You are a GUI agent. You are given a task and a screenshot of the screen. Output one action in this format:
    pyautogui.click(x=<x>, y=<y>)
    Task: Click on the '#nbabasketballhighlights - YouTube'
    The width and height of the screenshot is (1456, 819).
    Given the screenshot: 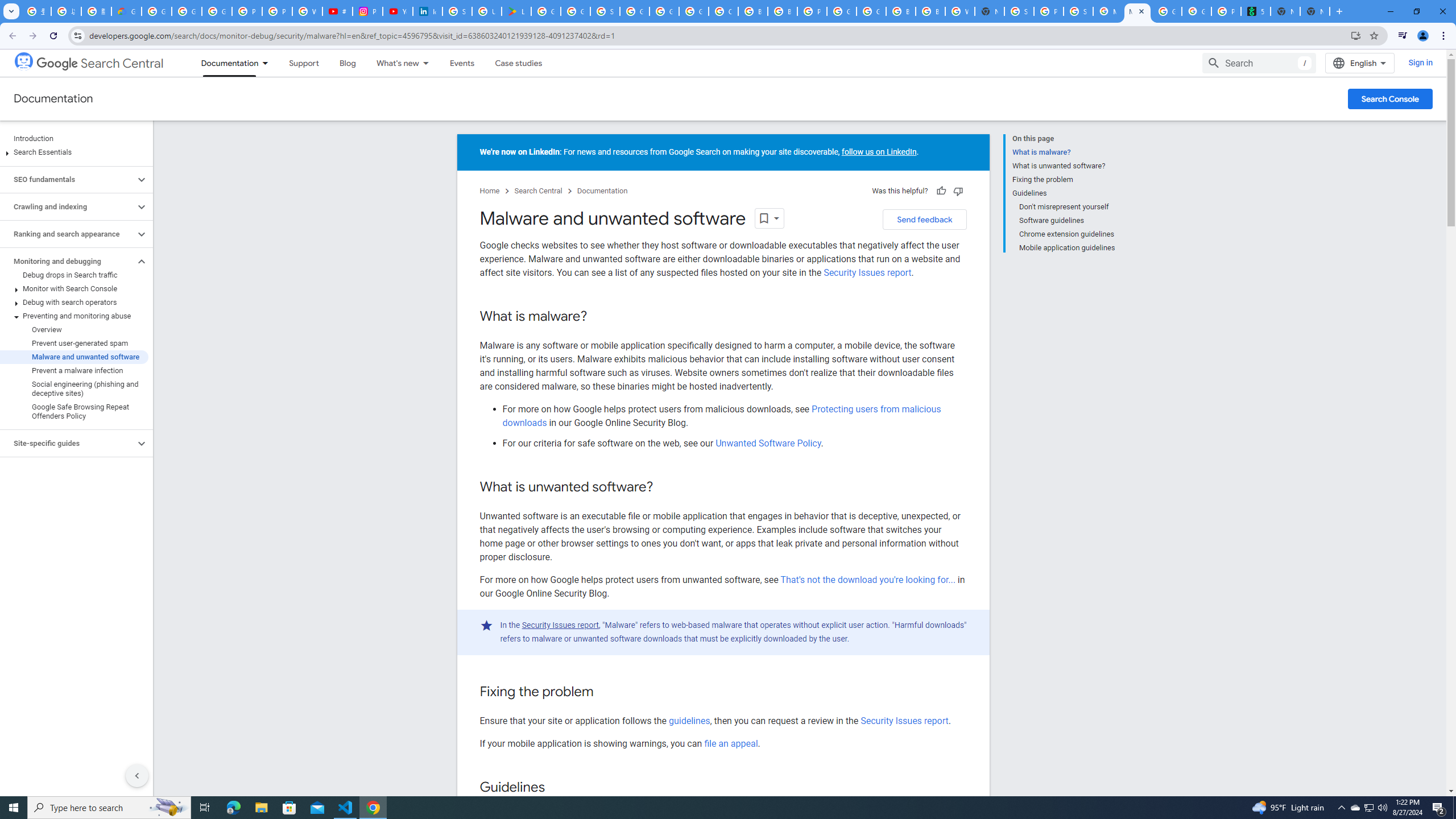 What is the action you would take?
    pyautogui.click(x=337, y=11)
    